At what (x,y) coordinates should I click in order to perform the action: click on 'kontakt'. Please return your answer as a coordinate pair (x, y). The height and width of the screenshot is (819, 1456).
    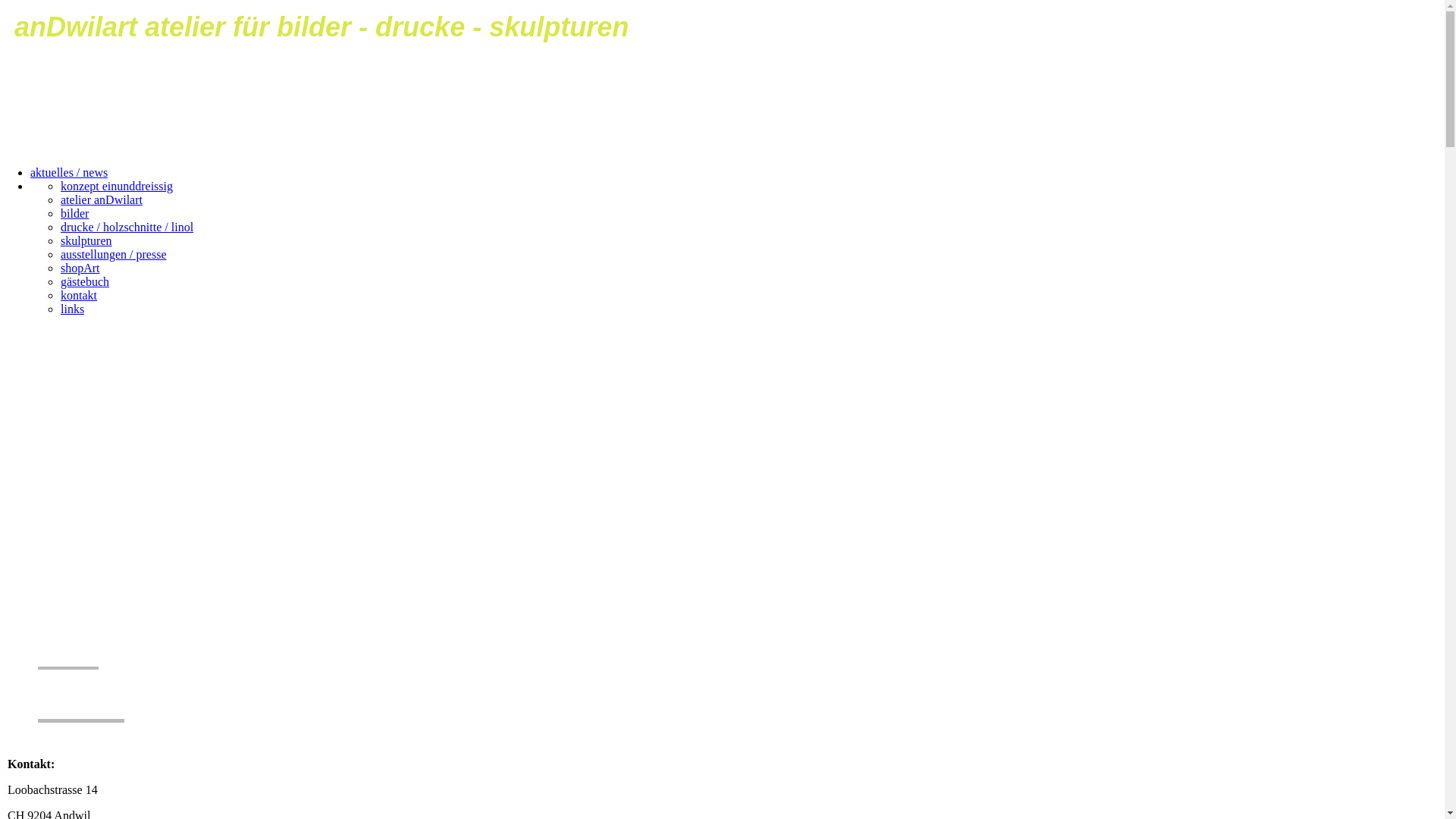
    Looking at the image, I should click on (78, 295).